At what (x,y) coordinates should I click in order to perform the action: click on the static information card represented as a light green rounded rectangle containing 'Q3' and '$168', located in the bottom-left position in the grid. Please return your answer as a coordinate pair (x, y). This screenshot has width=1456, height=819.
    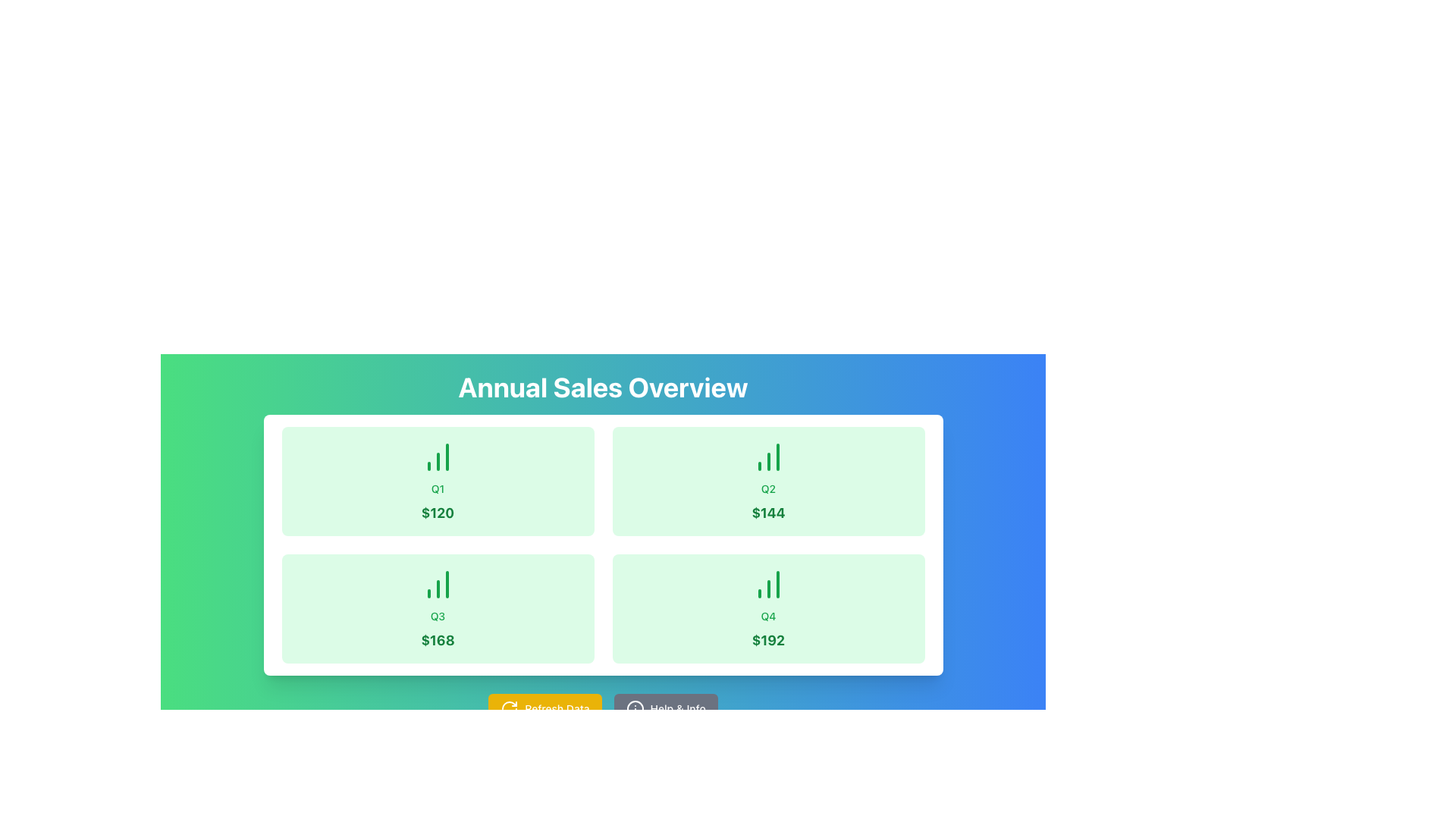
    Looking at the image, I should click on (437, 607).